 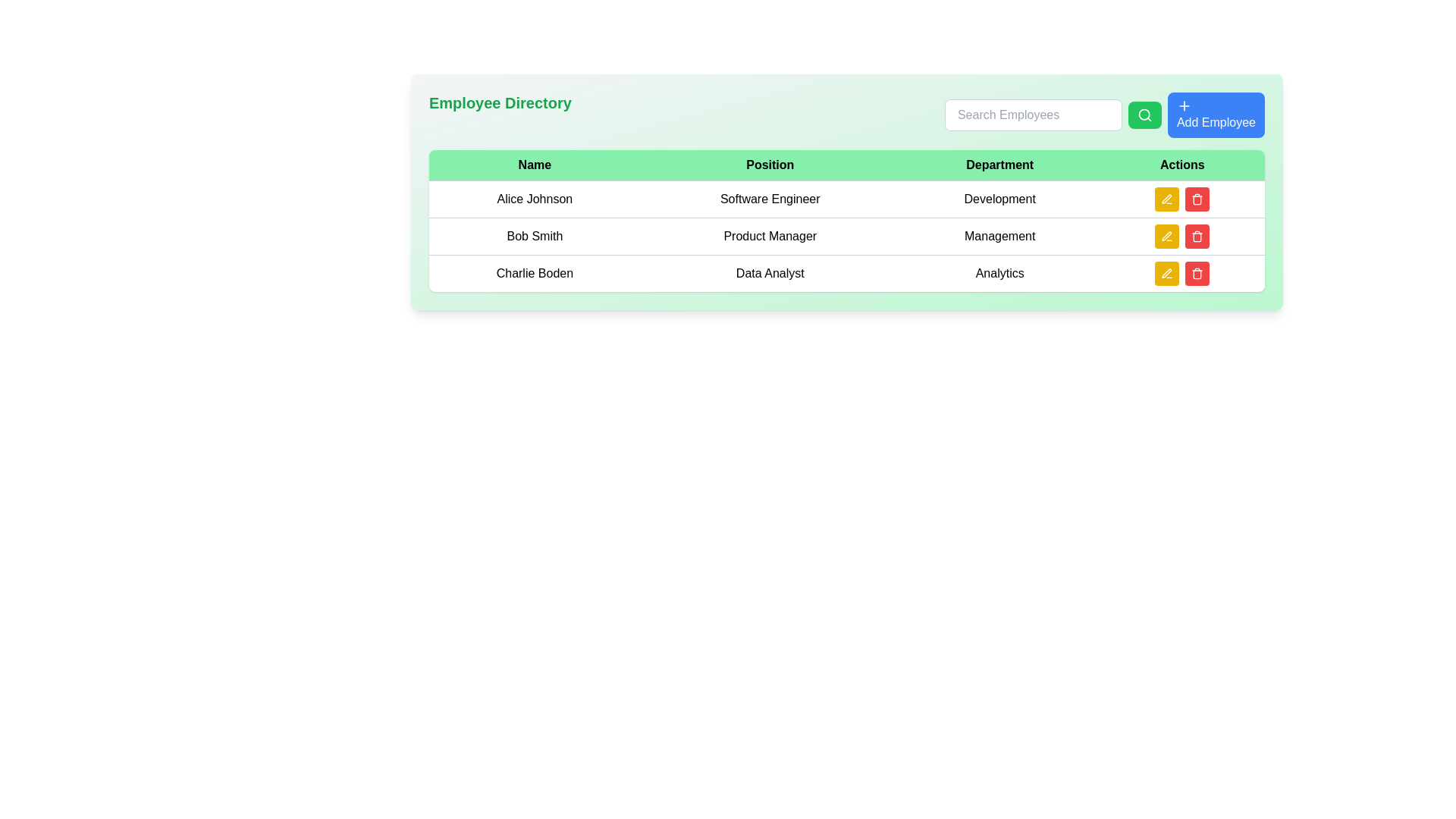 I want to click on the yellow circular icon button in the 'Actions' column of the second row, so click(x=1166, y=237).